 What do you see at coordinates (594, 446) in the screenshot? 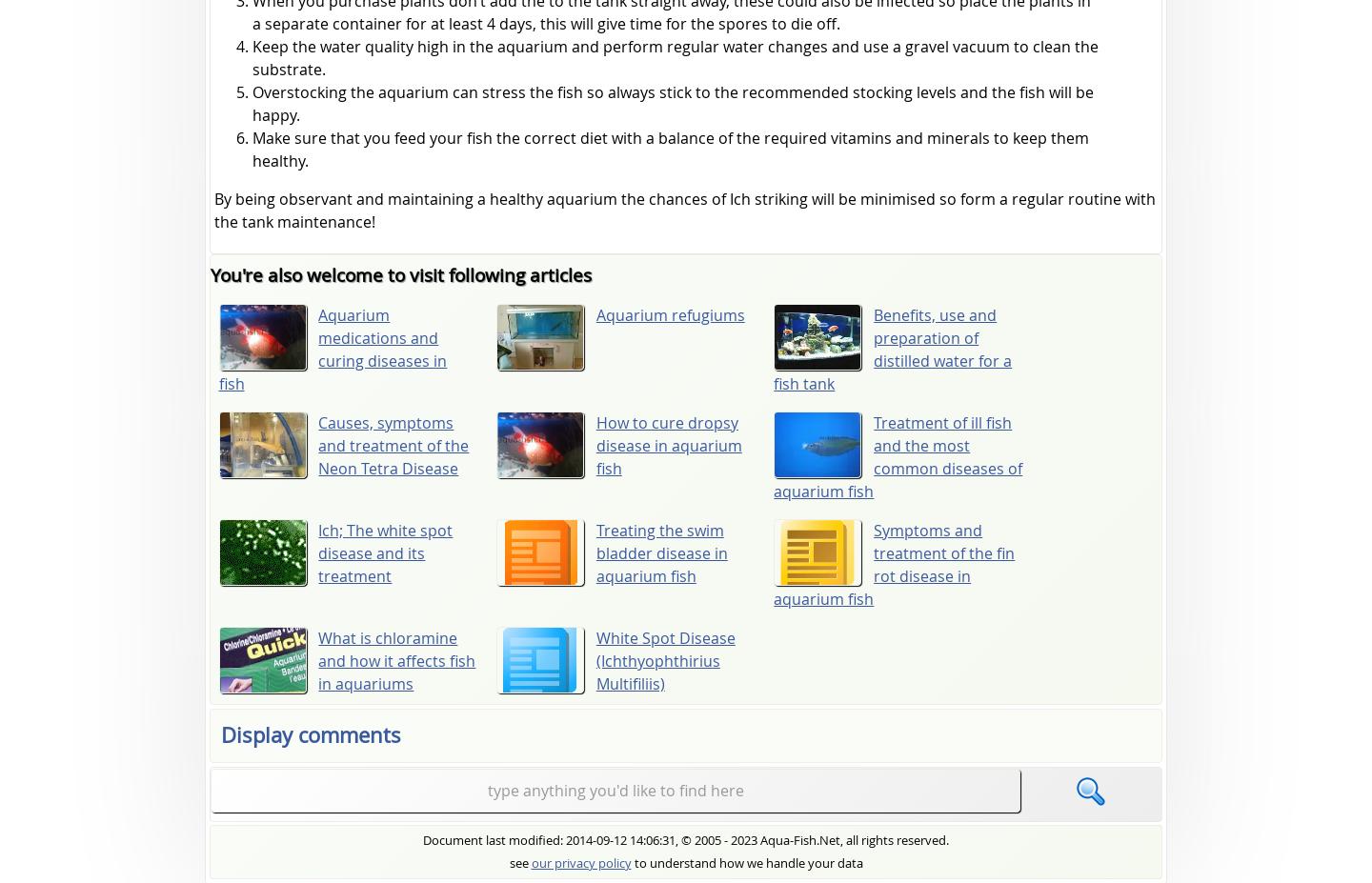
I see `'How to cure dropsy disease in aquarium fish'` at bounding box center [594, 446].